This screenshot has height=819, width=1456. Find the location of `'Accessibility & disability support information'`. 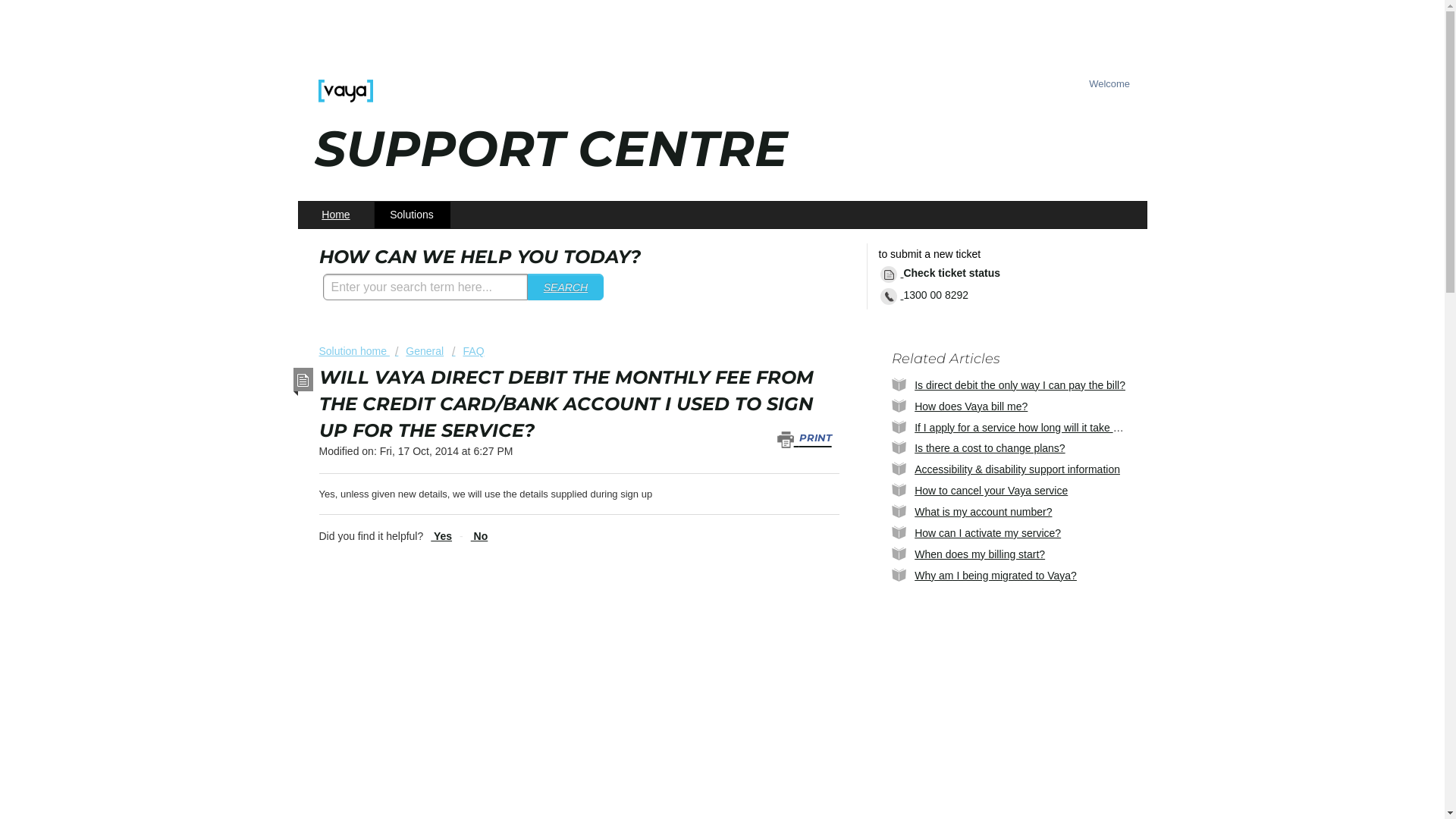

'Accessibility & disability support information' is located at coordinates (1017, 468).